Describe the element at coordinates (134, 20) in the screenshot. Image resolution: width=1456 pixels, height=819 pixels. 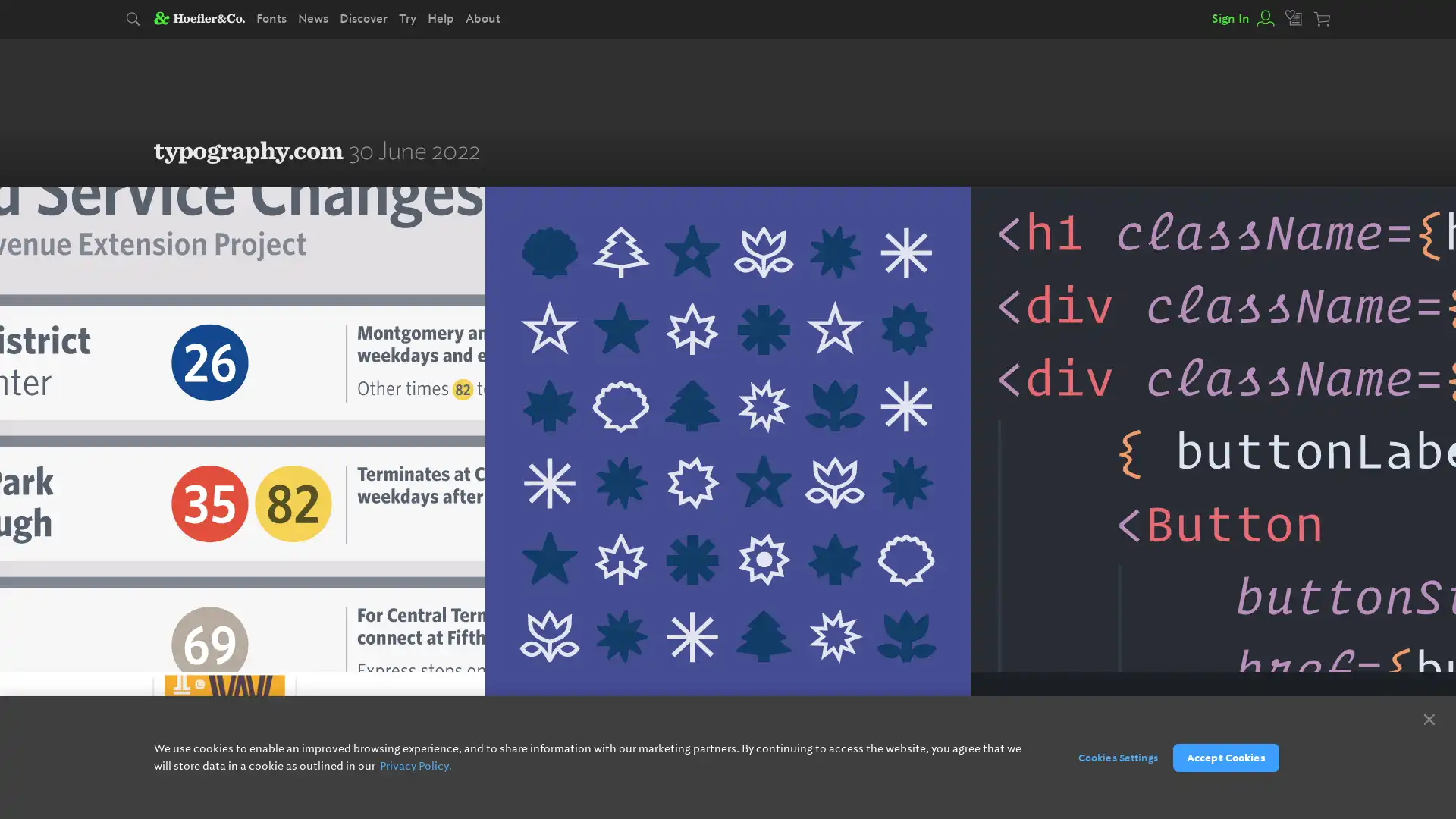
I see `Search typography.com` at that location.